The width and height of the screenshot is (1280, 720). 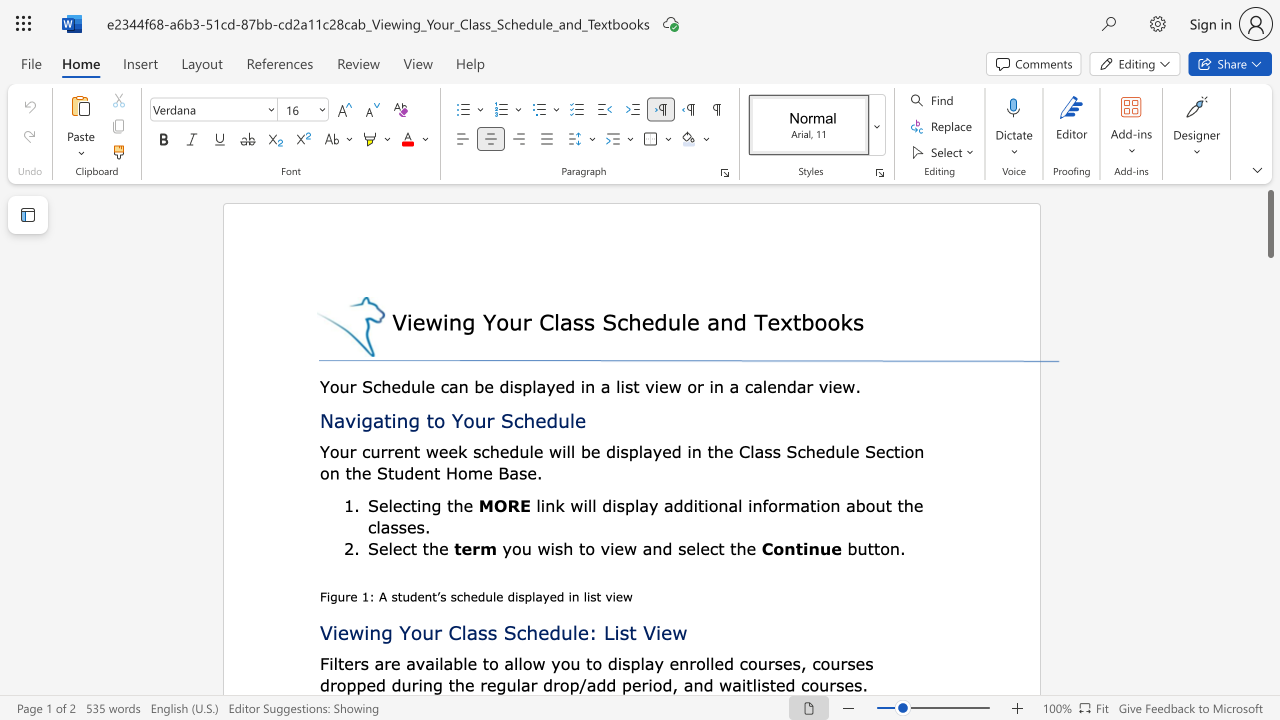 I want to click on the scrollbar on the right to move the page downward, so click(x=1269, y=418).